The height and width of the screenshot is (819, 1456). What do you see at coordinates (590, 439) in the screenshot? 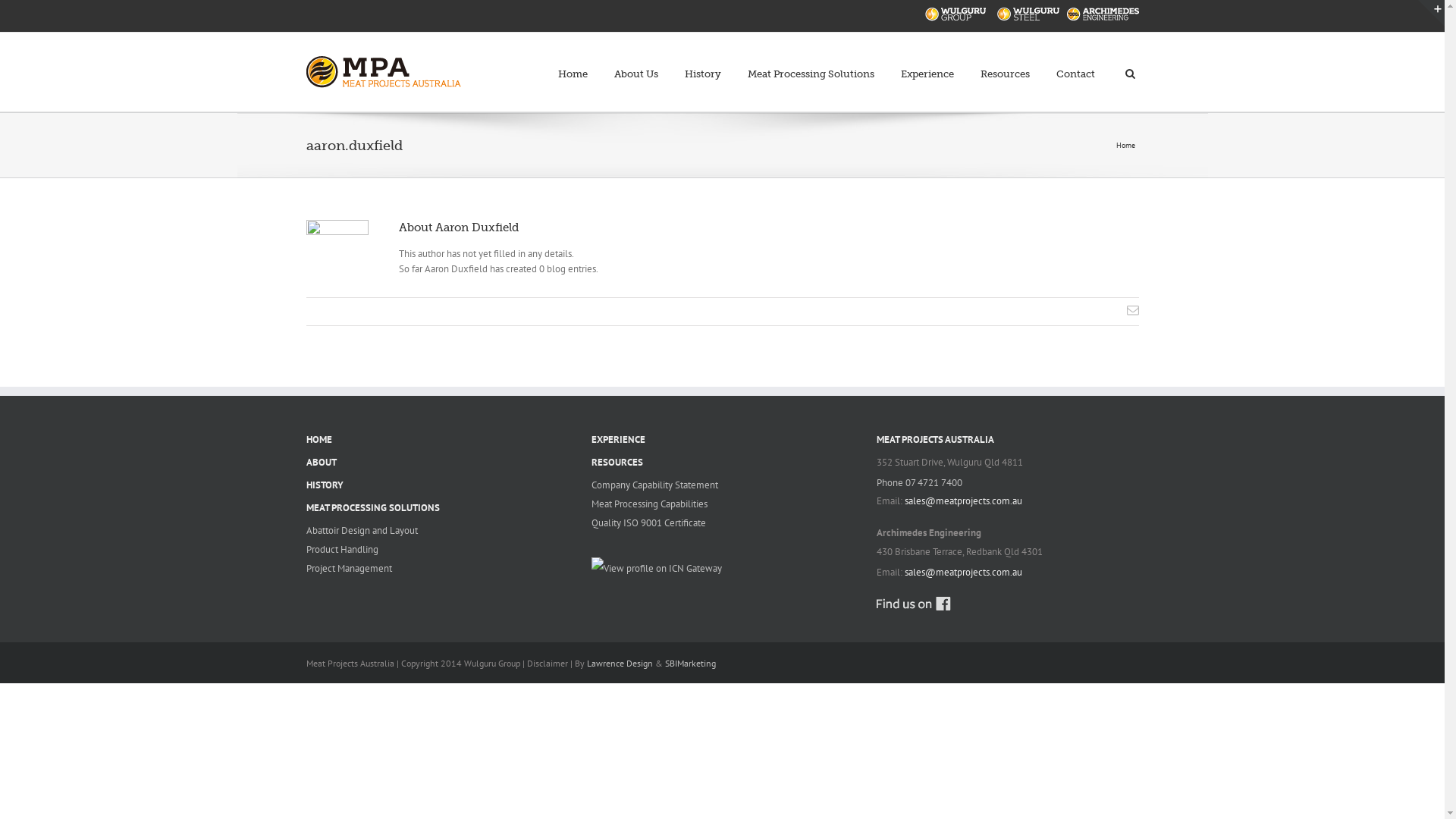
I see `'EXPERIENCE'` at bounding box center [590, 439].